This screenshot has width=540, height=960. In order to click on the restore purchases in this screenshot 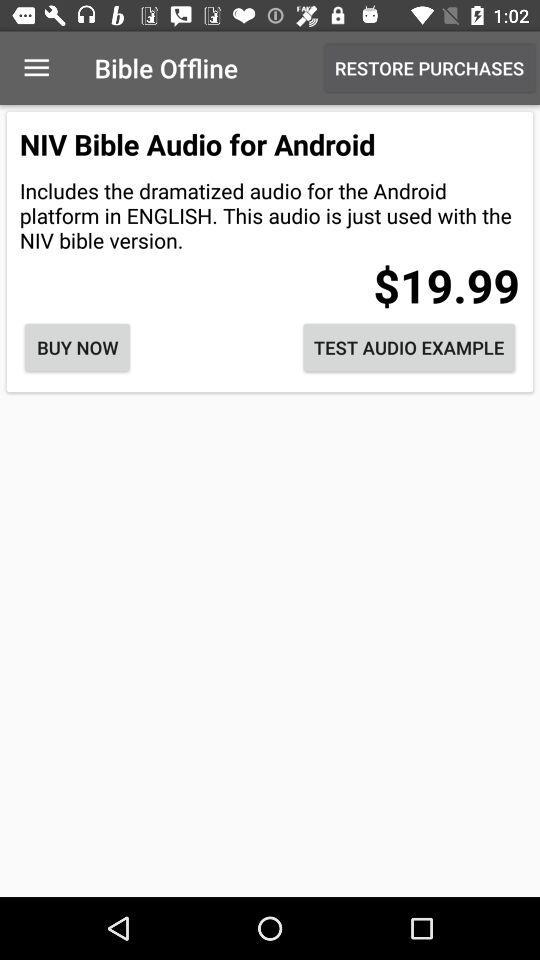, I will do `click(428, 68)`.